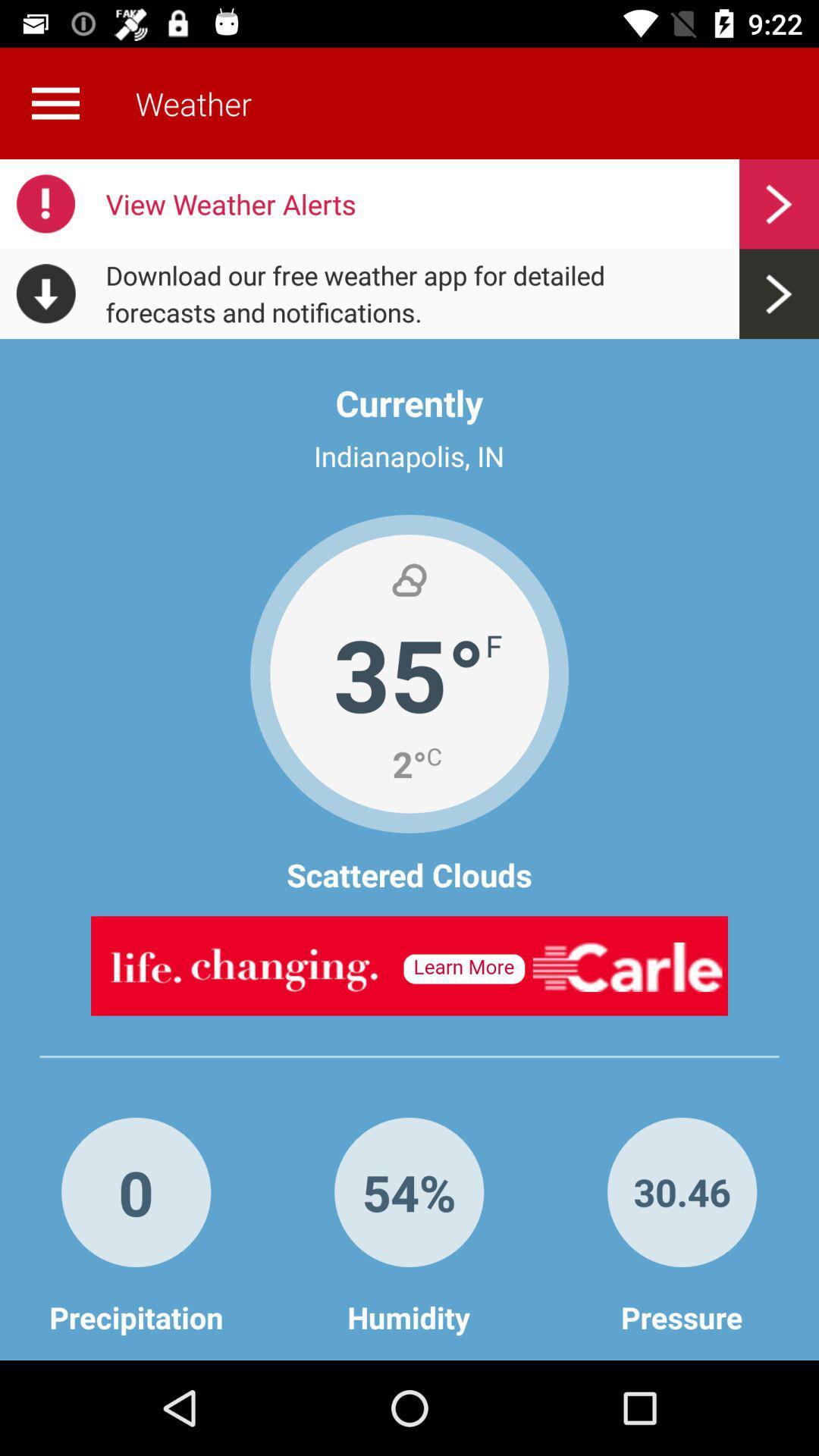 Image resolution: width=819 pixels, height=1456 pixels. I want to click on advatisment, so click(409, 965).